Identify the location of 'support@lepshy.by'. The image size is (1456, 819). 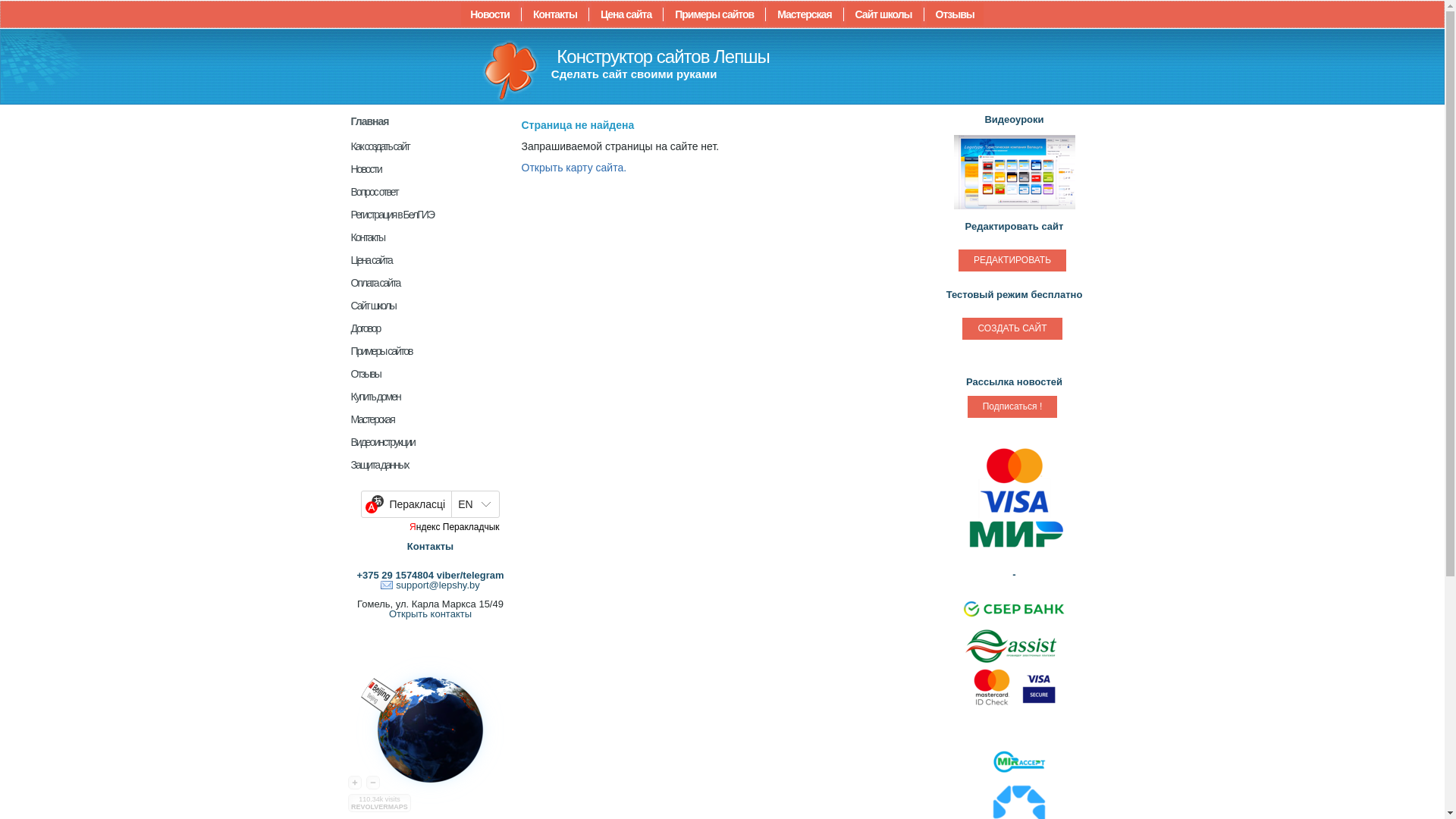
(381, 584).